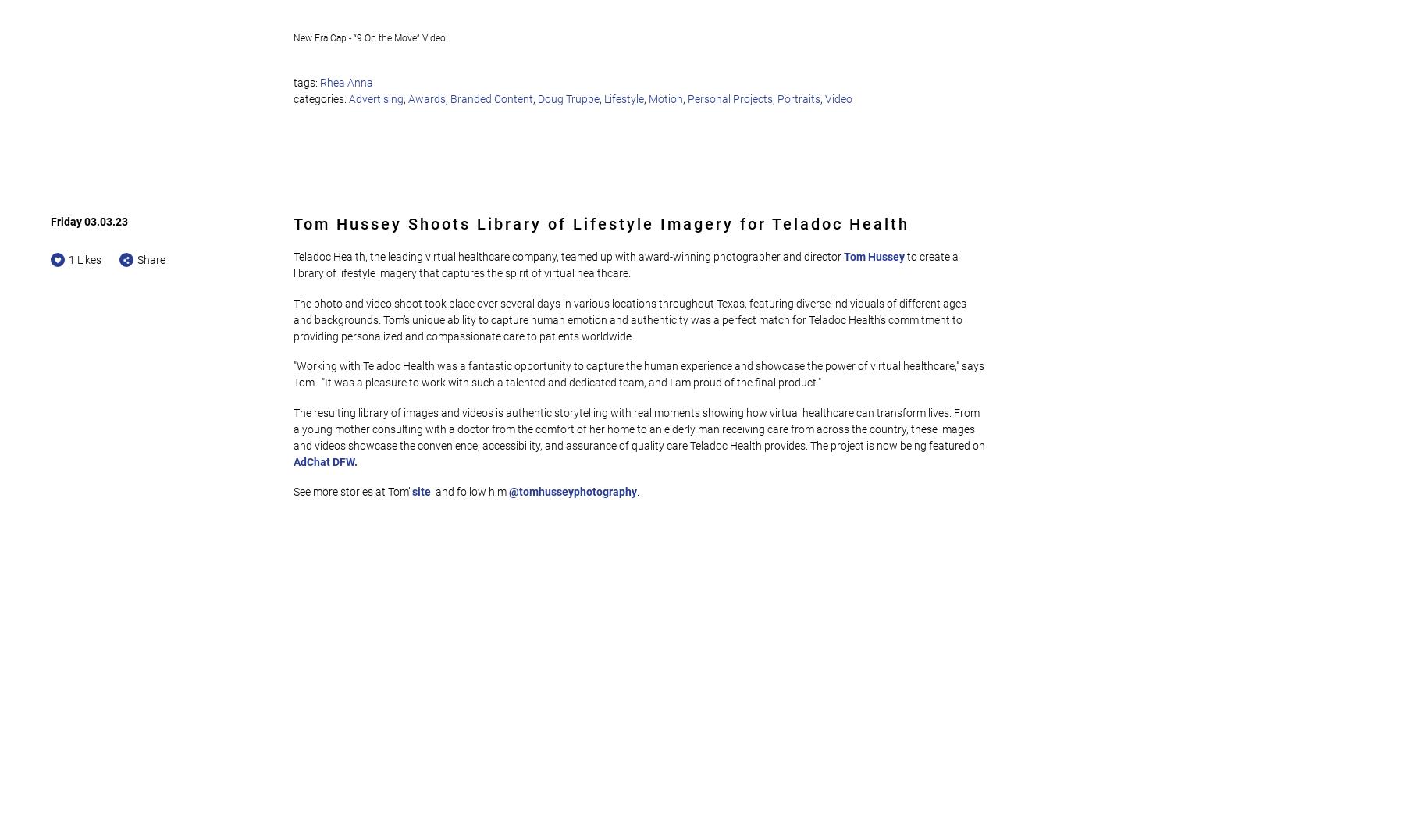 Image resolution: width=1409 pixels, height=840 pixels. What do you see at coordinates (370, 37) in the screenshot?
I see `'New Era Cap - “9 On the Move” Video.'` at bounding box center [370, 37].